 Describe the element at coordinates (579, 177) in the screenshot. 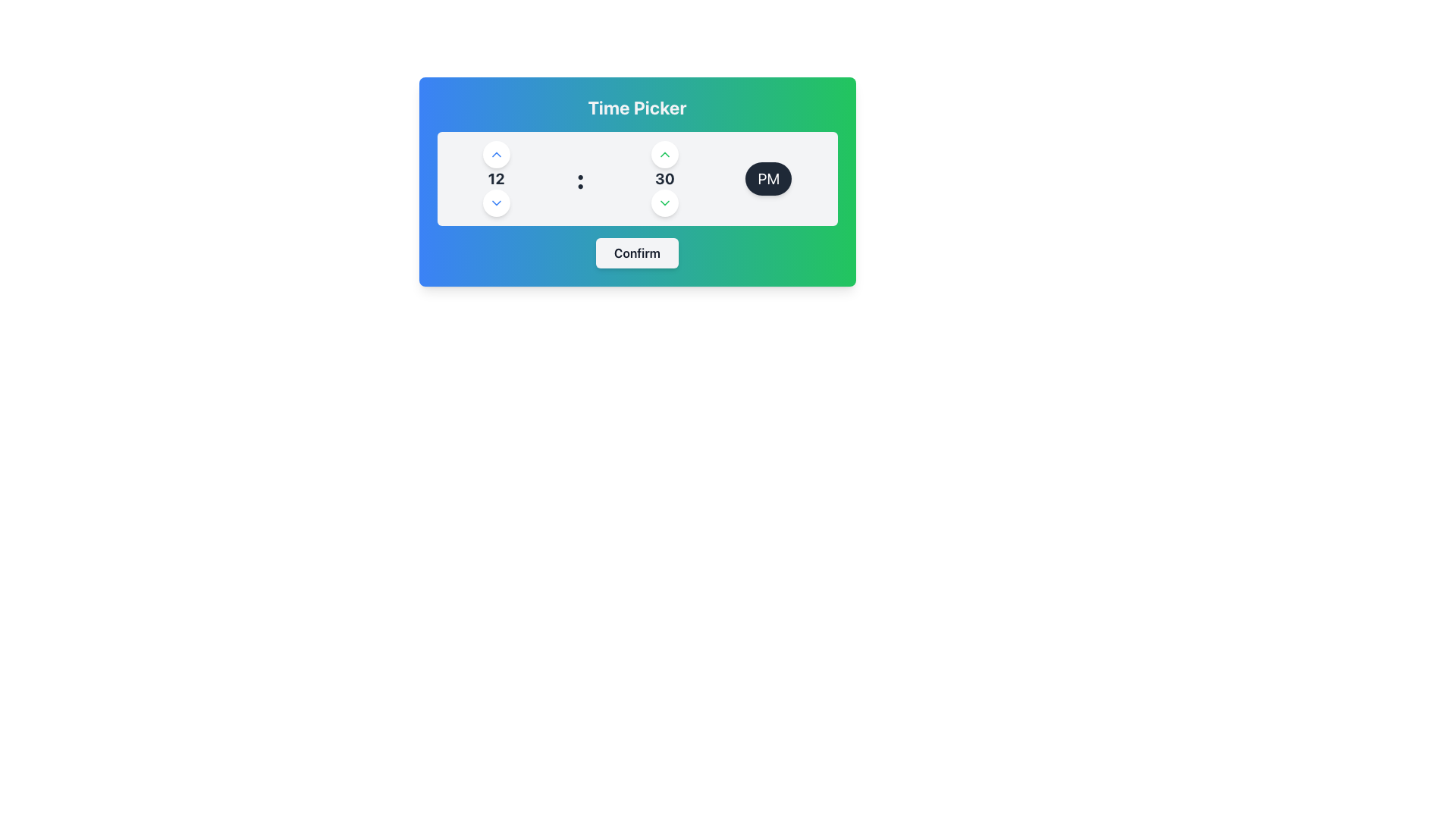

I see `the colon (:) text label displayed in a large, bold, dark gray font, which separates the hours and minutes in the time selection interface` at that location.